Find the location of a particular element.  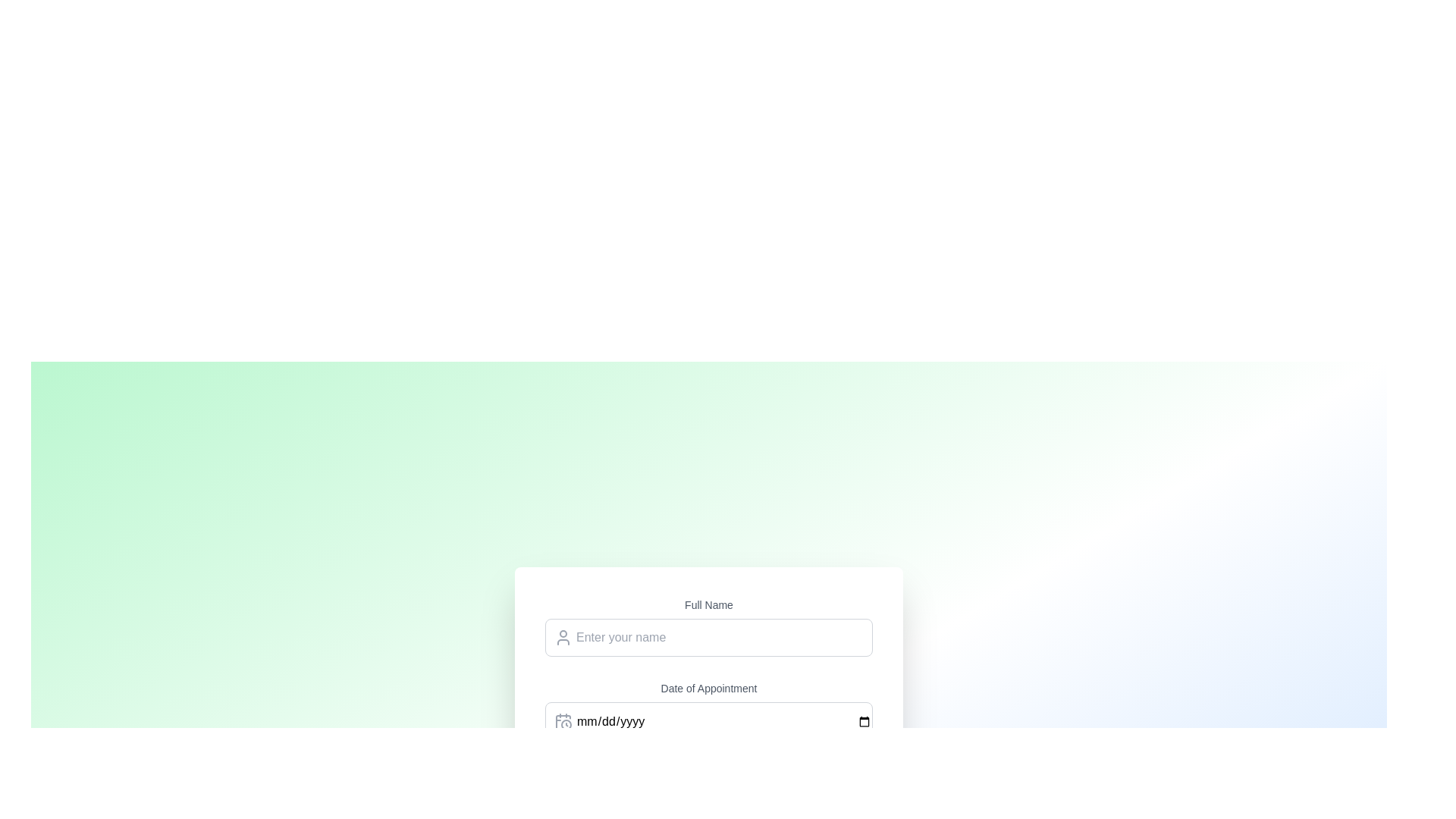

the date-picker icon (calendar with clock overlay) located inside the input box for 'Date of Appointment' to open the date selection interface is located at coordinates (563, 720).